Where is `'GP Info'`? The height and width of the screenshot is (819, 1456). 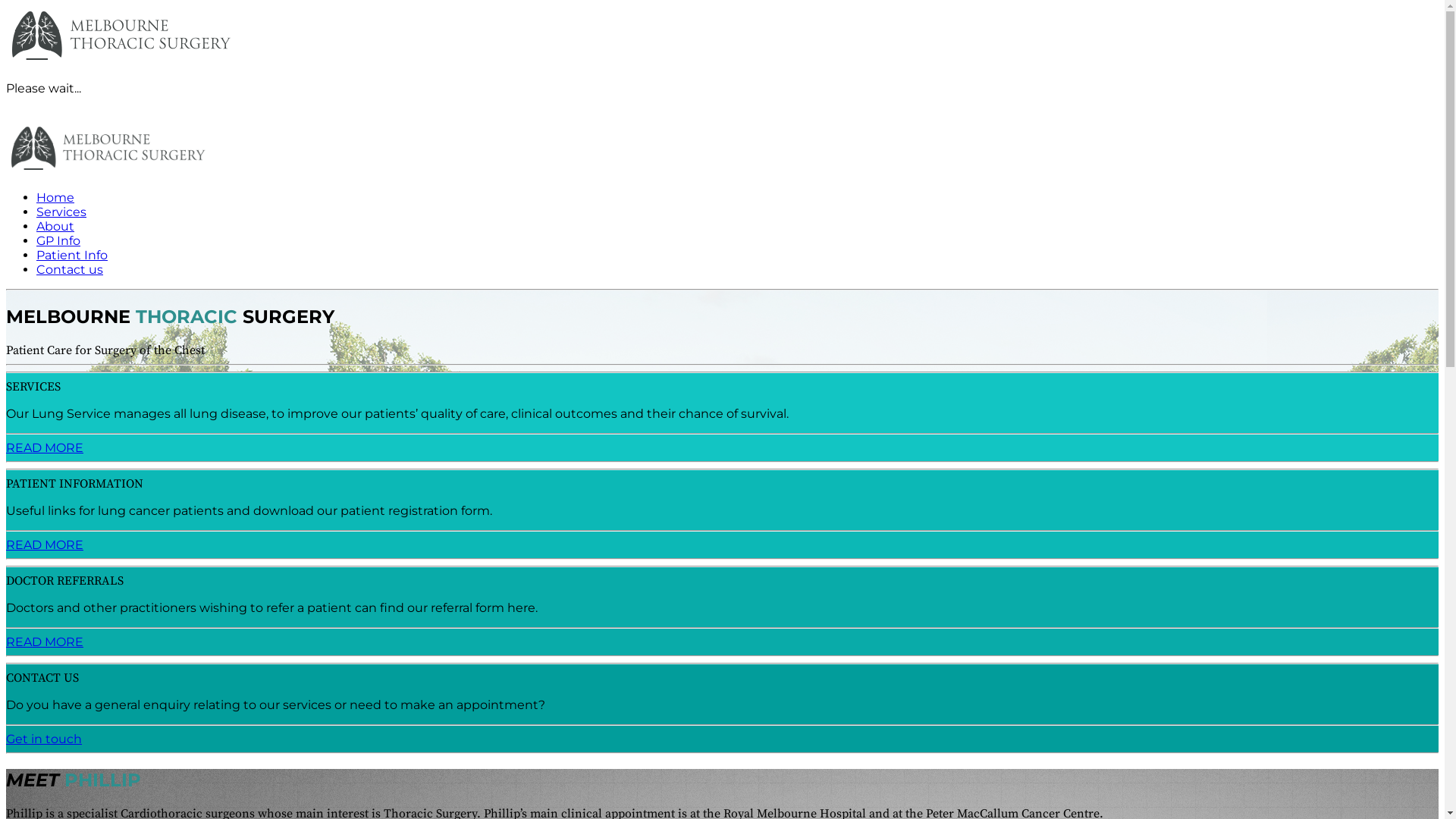 'GP Info' is located at coordinates (58, 240).